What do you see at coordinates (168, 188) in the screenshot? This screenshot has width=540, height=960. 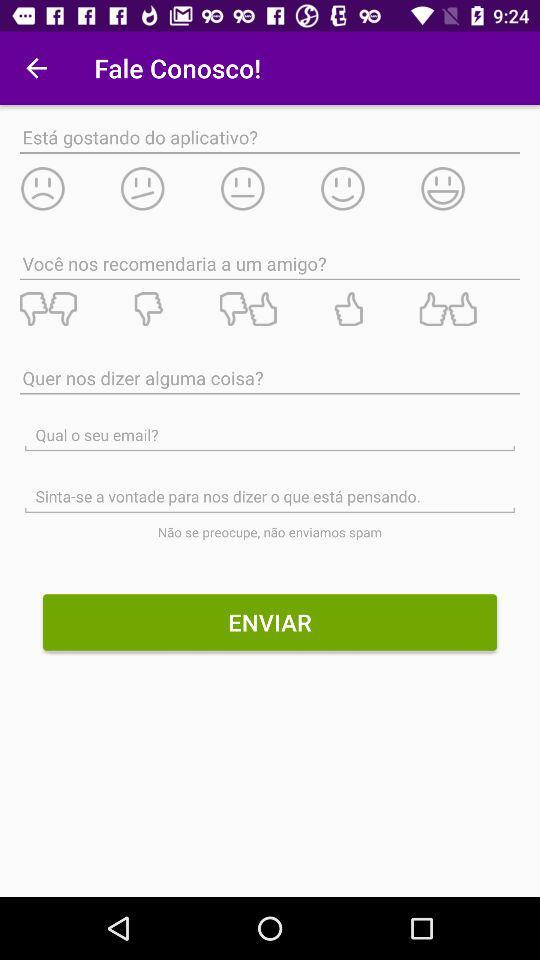 I see `feel` at bounding box center [168, 188].